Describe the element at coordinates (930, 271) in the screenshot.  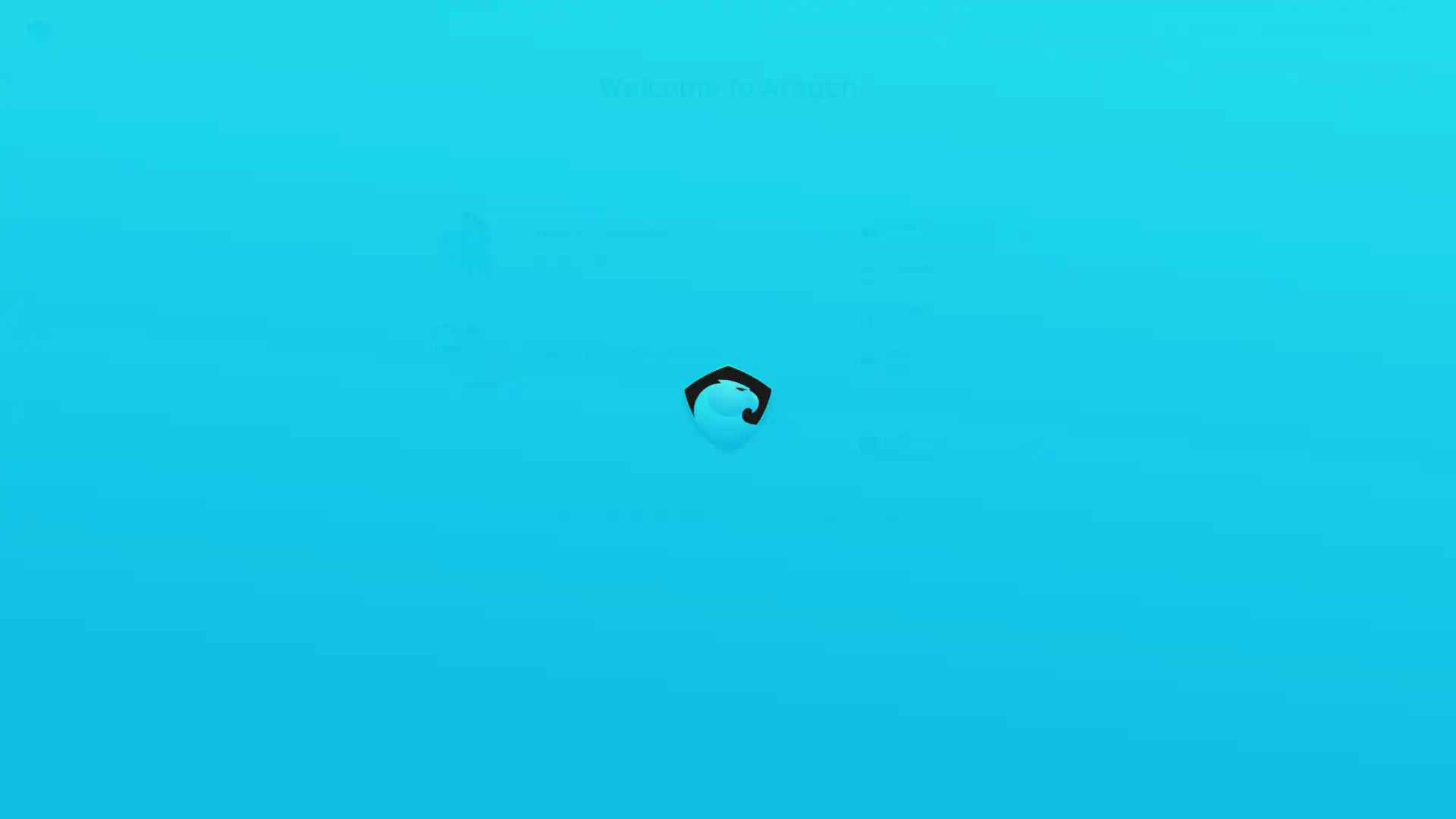
I see `BlankDAO DEMOCRACY` at that location.